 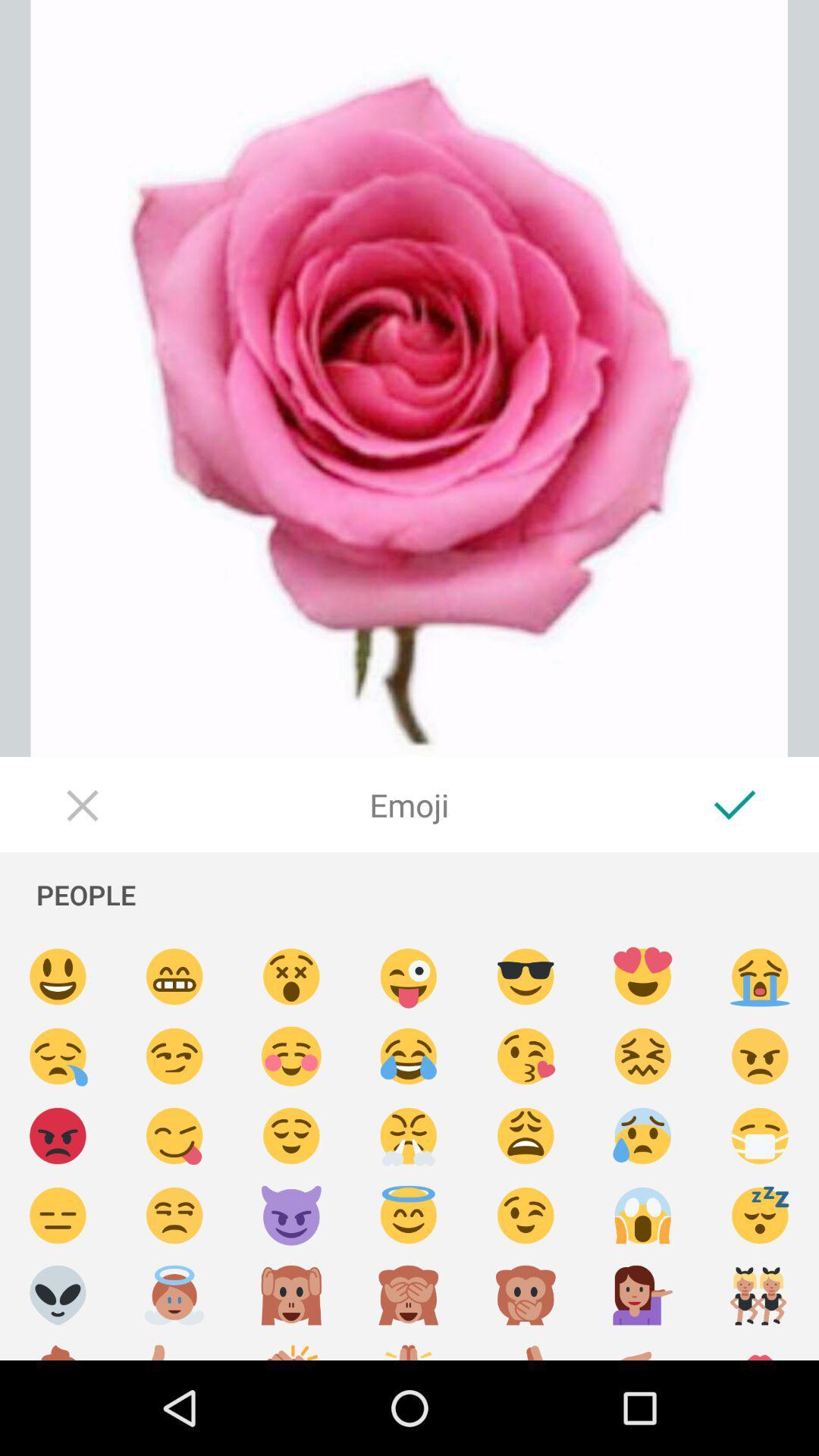 What do you see at coordinates (760, 1136) in the screenshot?
I see `surgical mask emoji` at bounding box center [760, 1136].